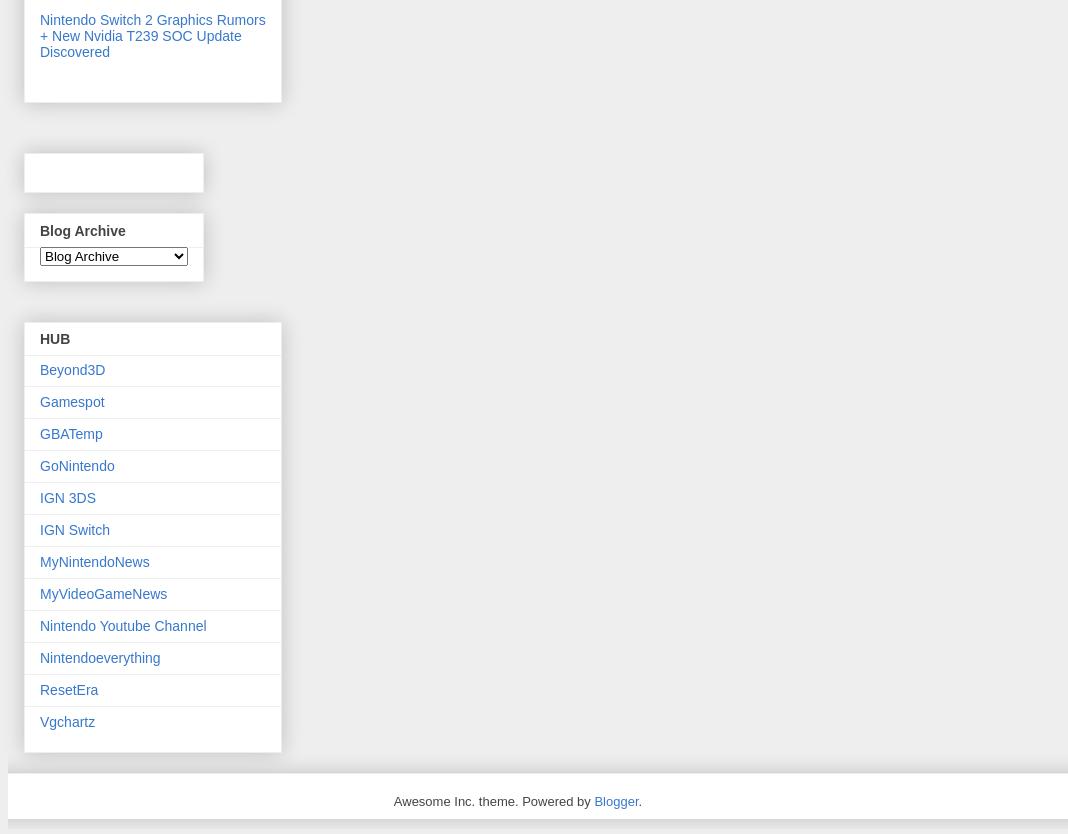 This screenshot has height=834, width=1068. Describe the element at coordinates (102, 592) in the screenshot. I see `'MyVideoGameNews'` at that location.